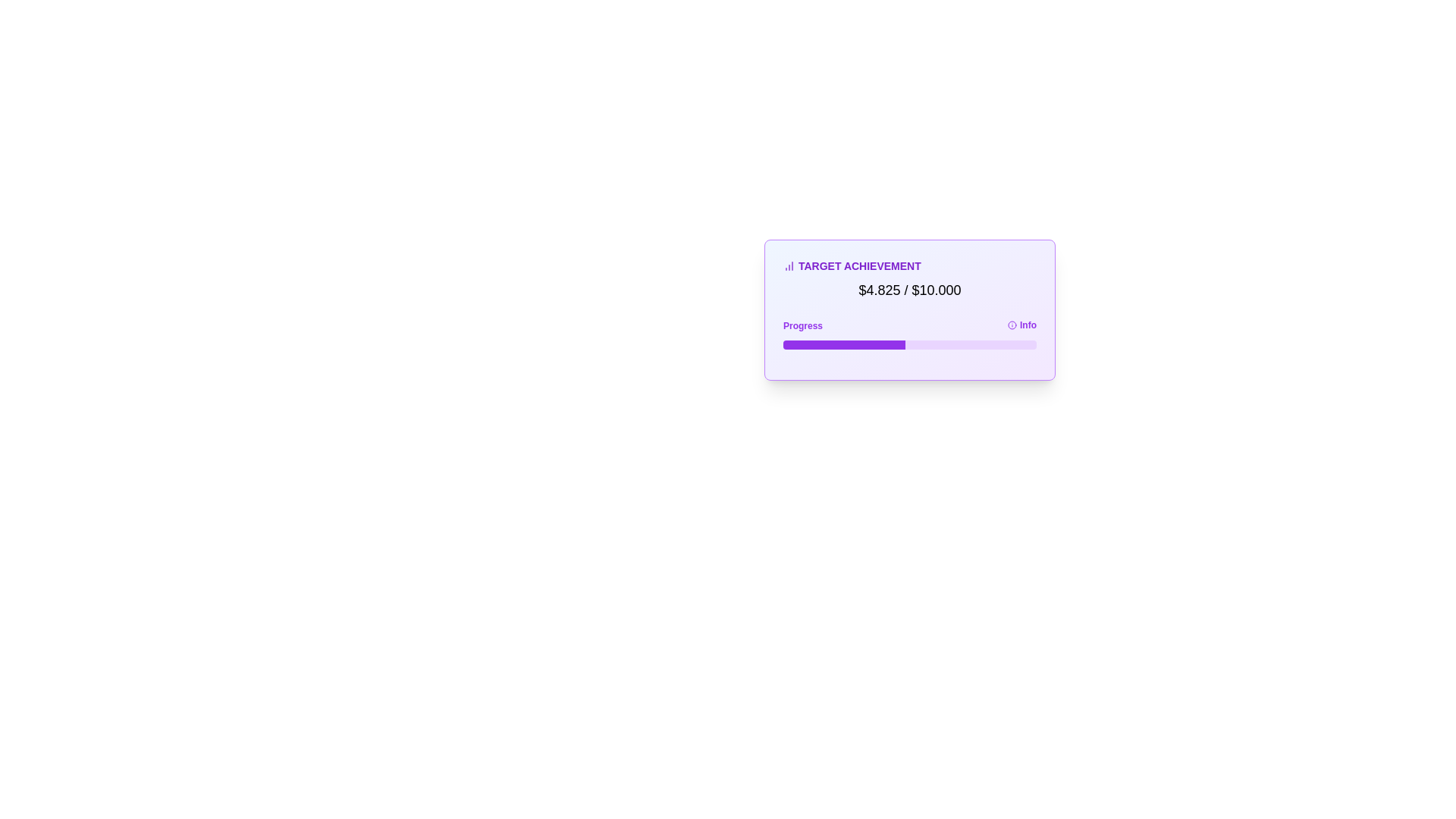 Image resolution: width=1456 pixels, height=819 pixels. I want to click on the horizontal progress bar with a rounded design, located within the 'Target Achievement' card, which features a filled purple portion on the left and an unfilled light purple portion on the right, so click(910, 345).